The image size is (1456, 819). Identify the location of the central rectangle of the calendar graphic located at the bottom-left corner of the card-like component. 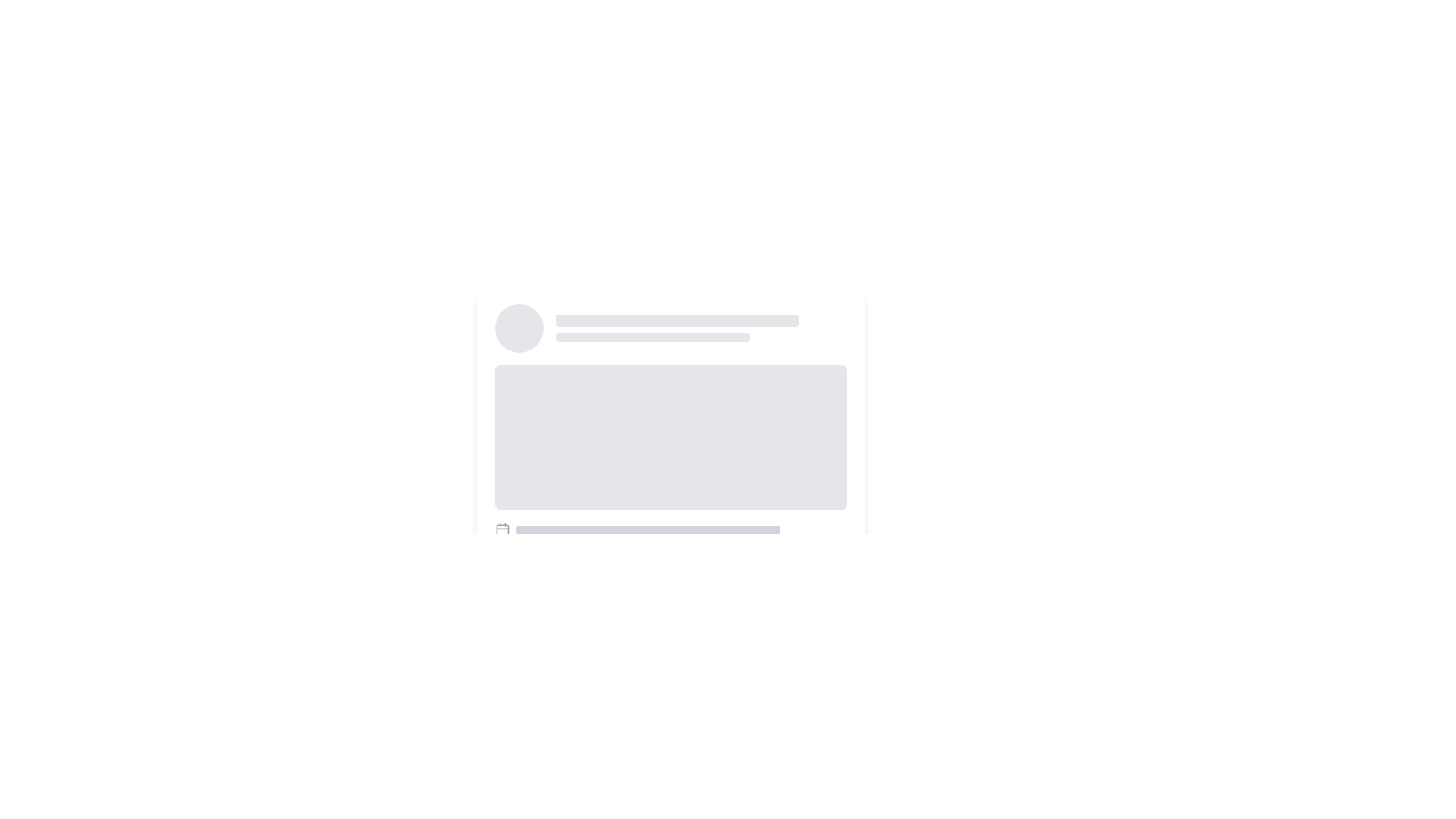
(502, 529).